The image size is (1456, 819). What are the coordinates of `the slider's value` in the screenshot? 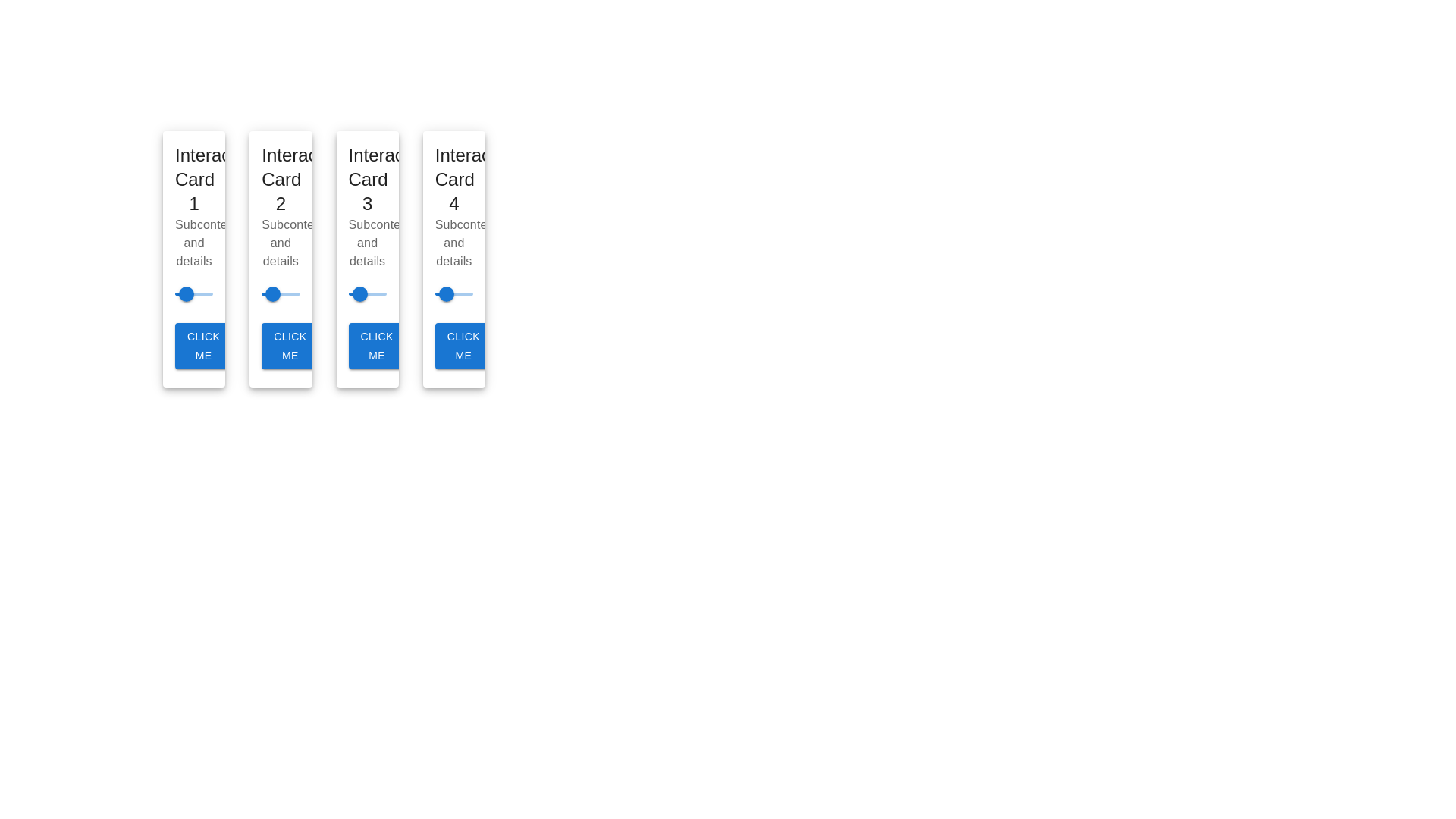 It's located at (353, 294).